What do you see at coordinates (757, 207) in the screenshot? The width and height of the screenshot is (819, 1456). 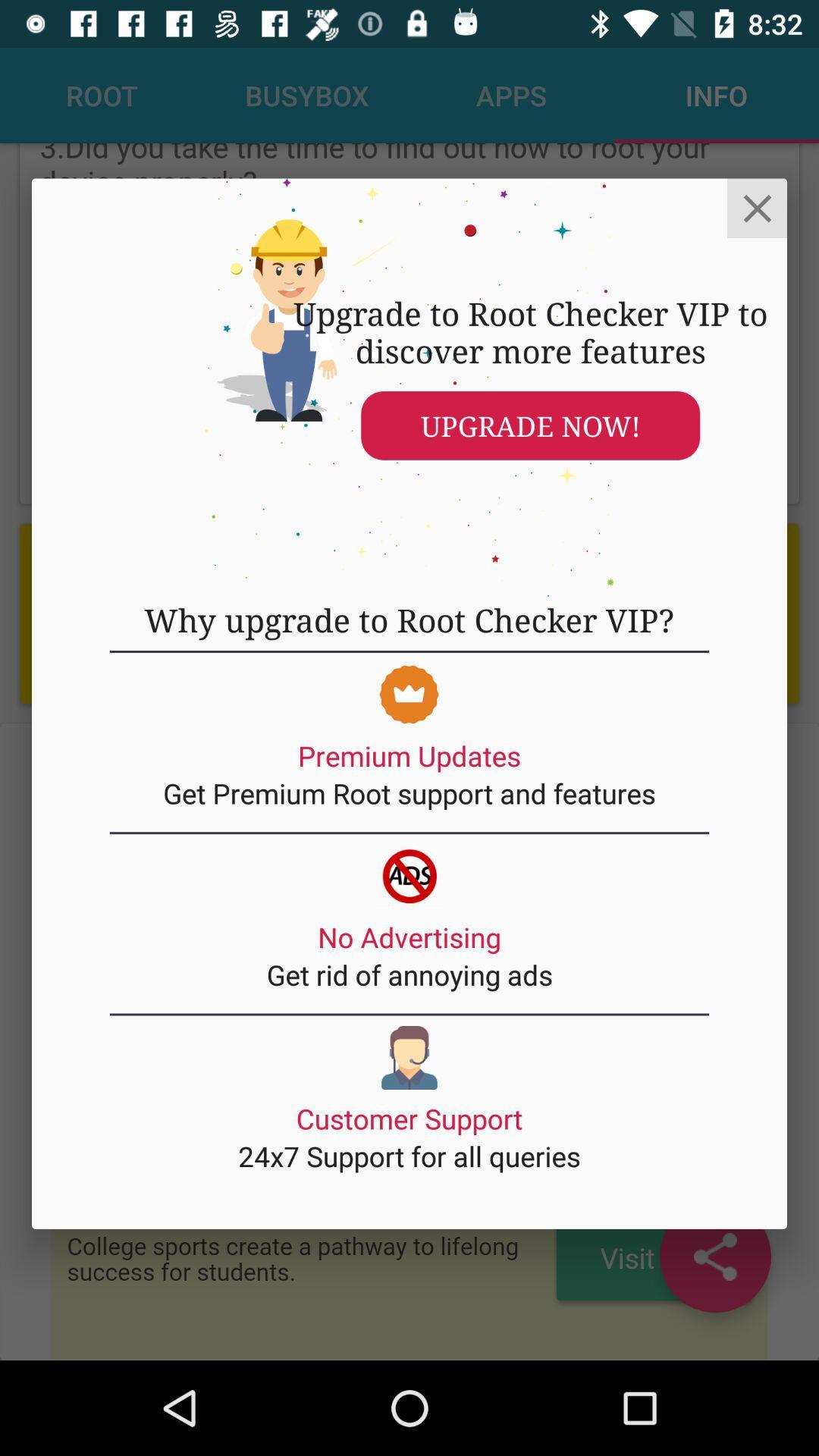 I see `the icon above the upgrade to root item` at bounding box center [757, 207].